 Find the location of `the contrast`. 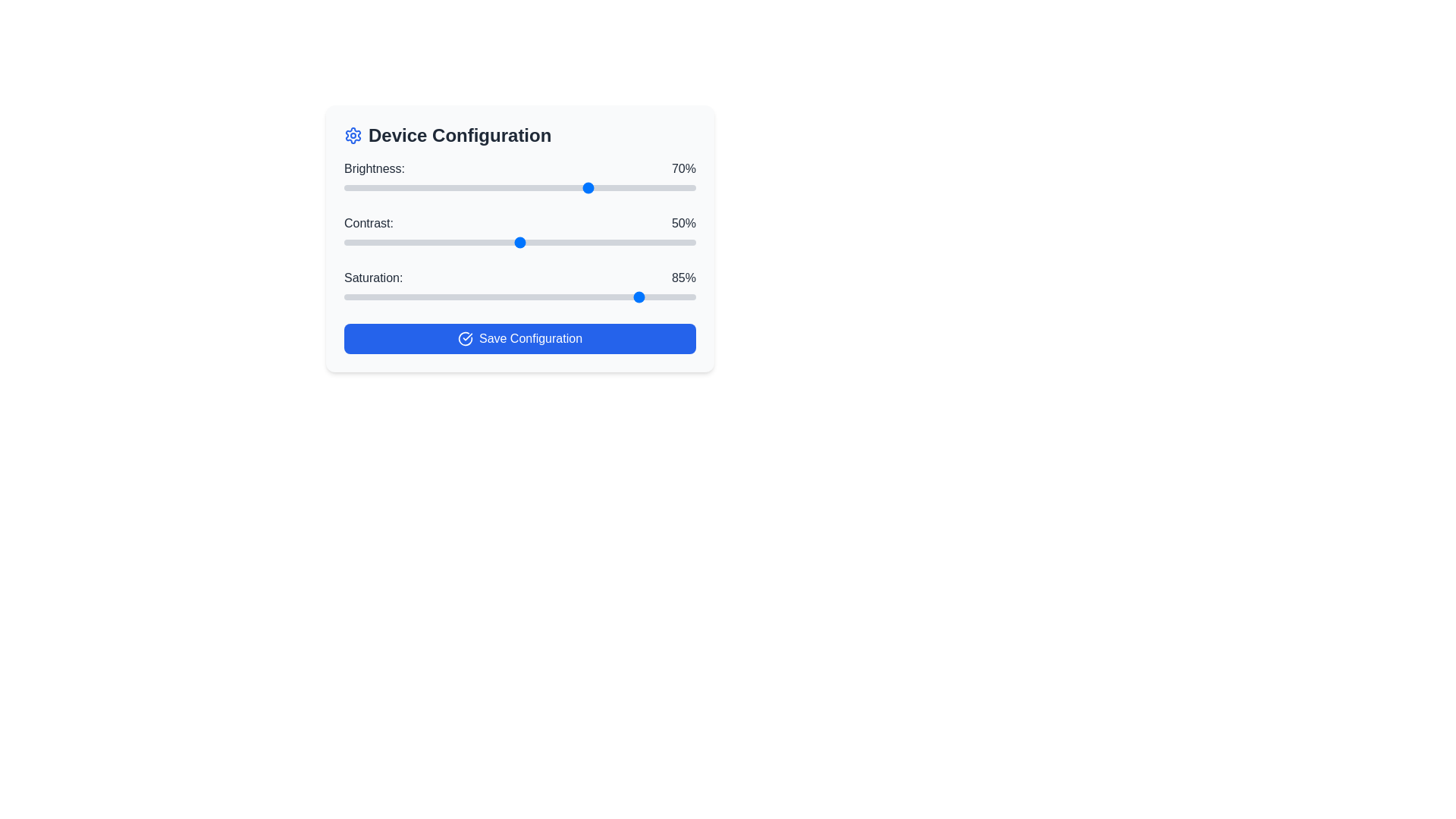

the contrast is located at coordinates (456, 242).